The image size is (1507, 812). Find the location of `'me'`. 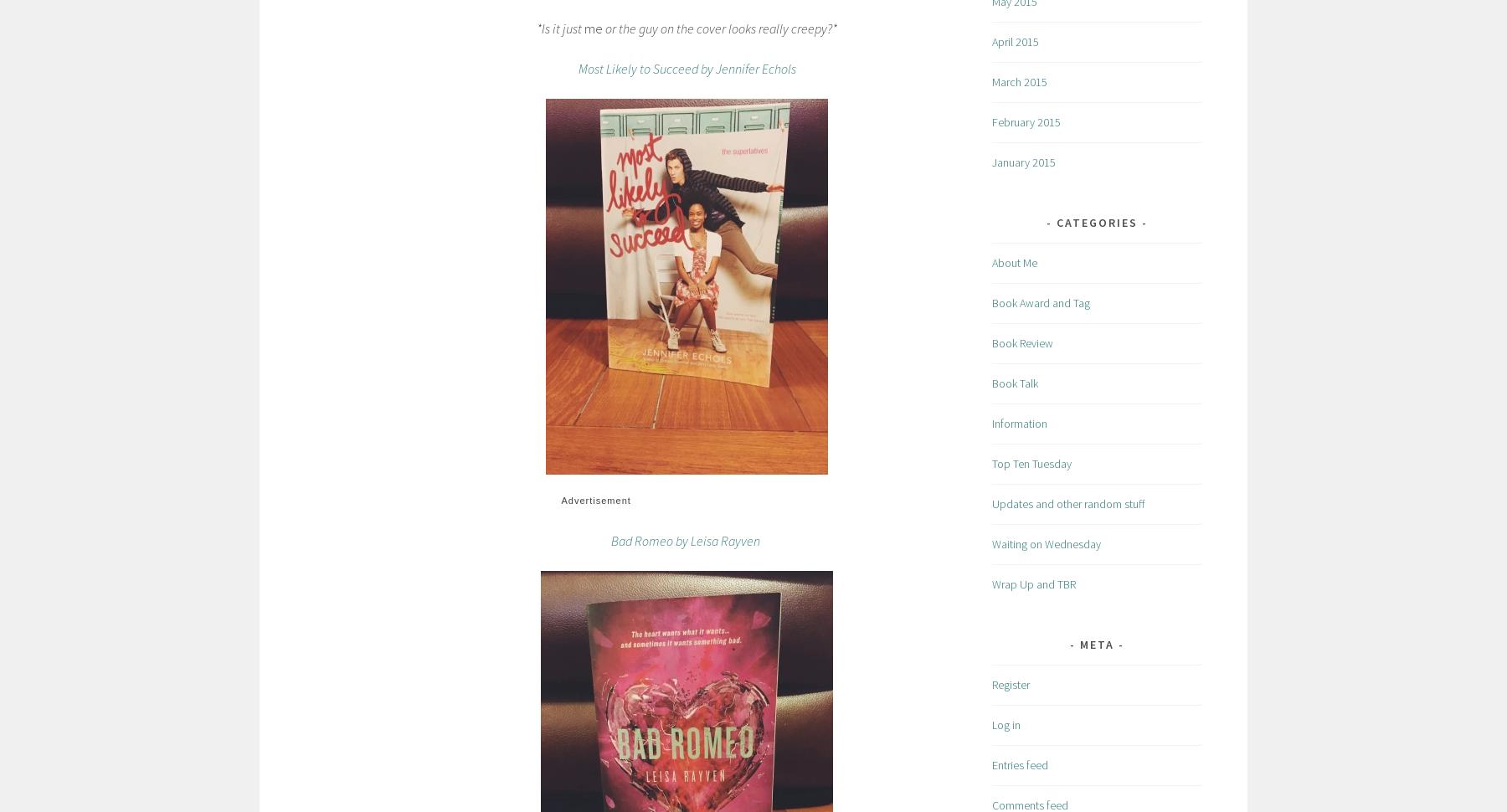

'me' is located at coordinates (593, 27).